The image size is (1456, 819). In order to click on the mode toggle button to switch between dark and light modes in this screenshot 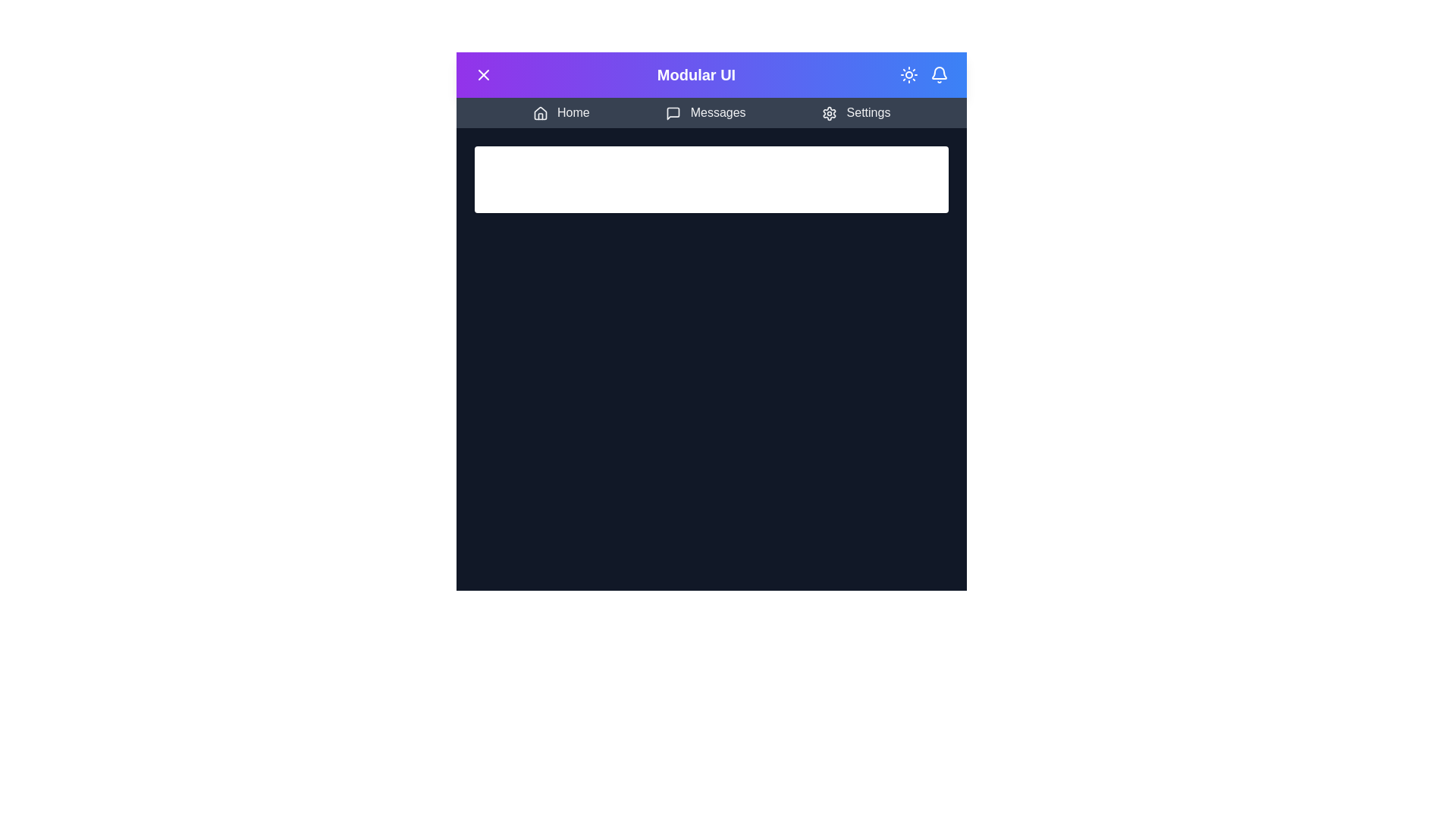, I will do `click(909, 75)`.